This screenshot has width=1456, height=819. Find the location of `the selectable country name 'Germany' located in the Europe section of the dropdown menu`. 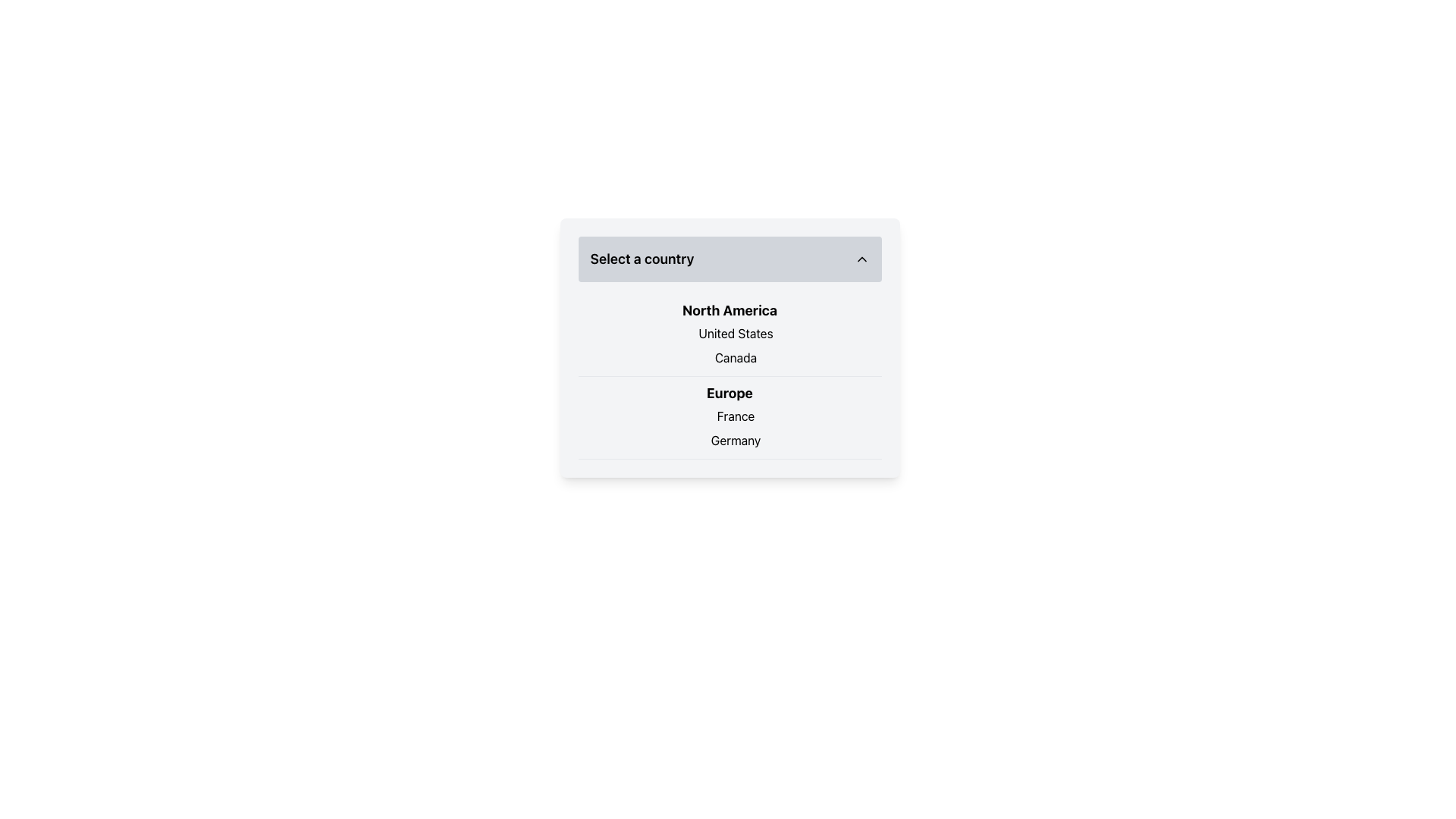

the selectable country name 'Germany' located in the Europe section of the dropdown menu is located at coordinates (730, 441).